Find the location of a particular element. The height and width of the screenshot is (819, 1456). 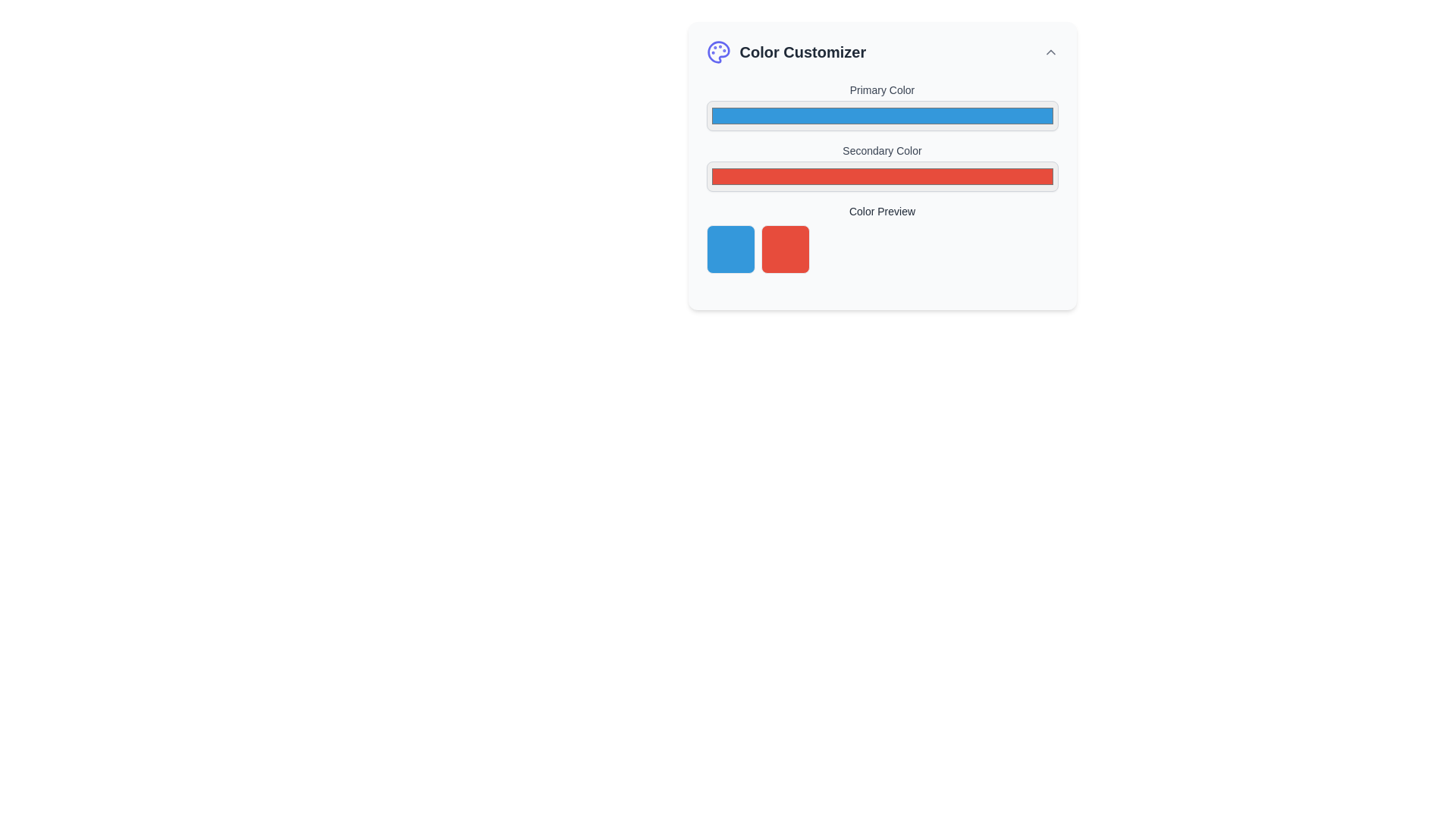

the 'Color Preview' section to interact with the color blocks for selecting colors is located at coordinates (882, 239).